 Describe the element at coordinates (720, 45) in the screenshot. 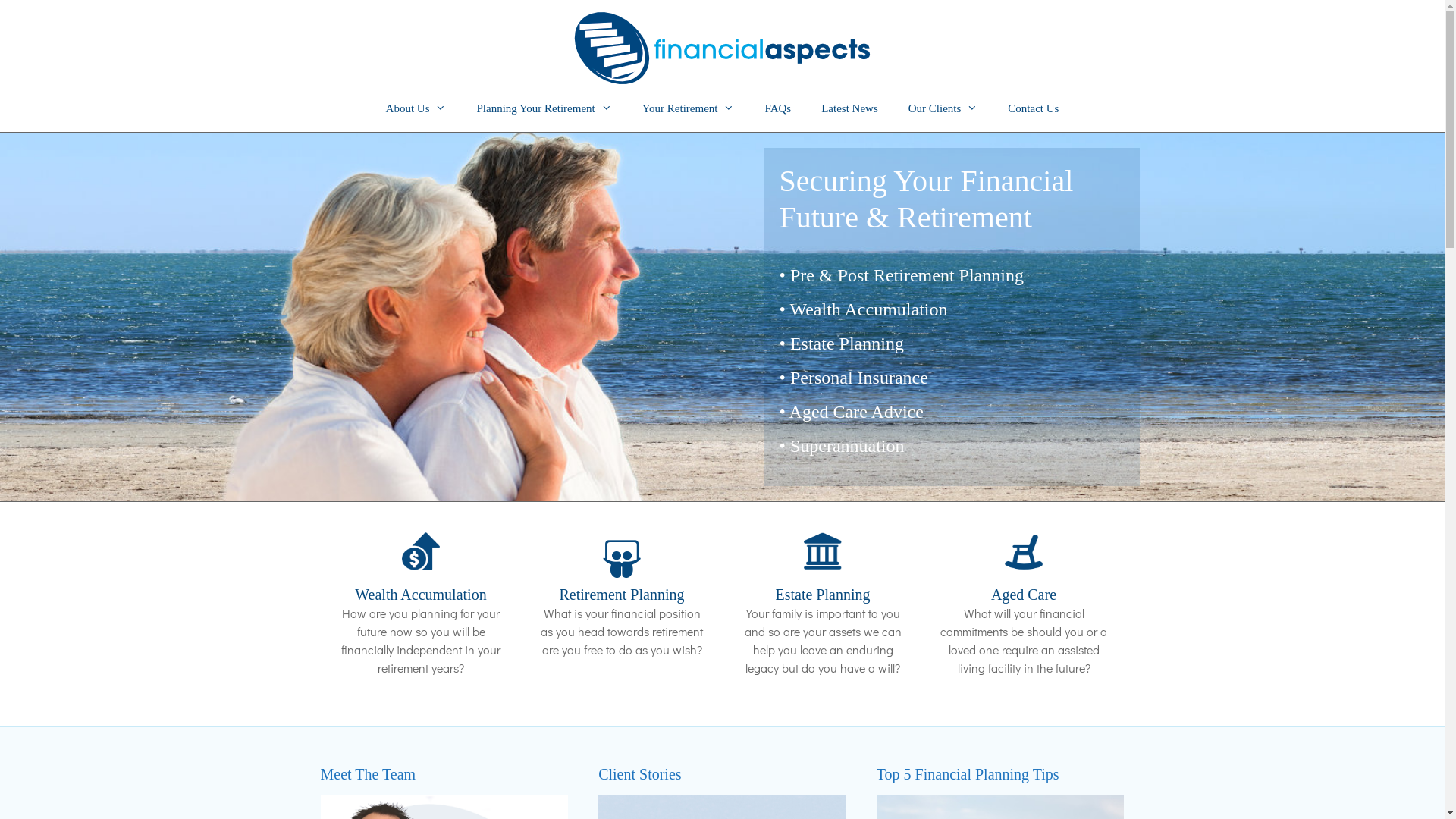

I see `'Financial Aspects'` at that location.